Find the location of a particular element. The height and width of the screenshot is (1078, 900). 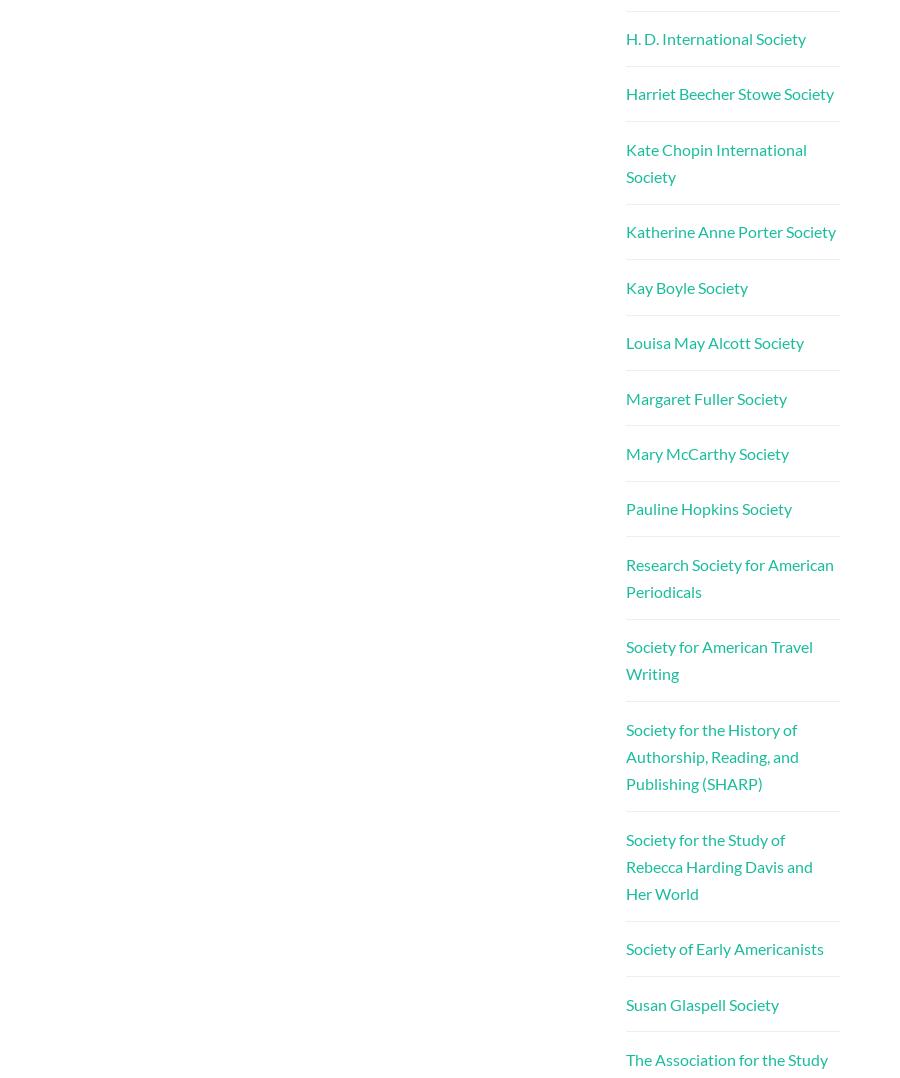

'Society for the History of Authorship, Reading, and Publishing (SHARP)' is located at coordinates (624, 756).